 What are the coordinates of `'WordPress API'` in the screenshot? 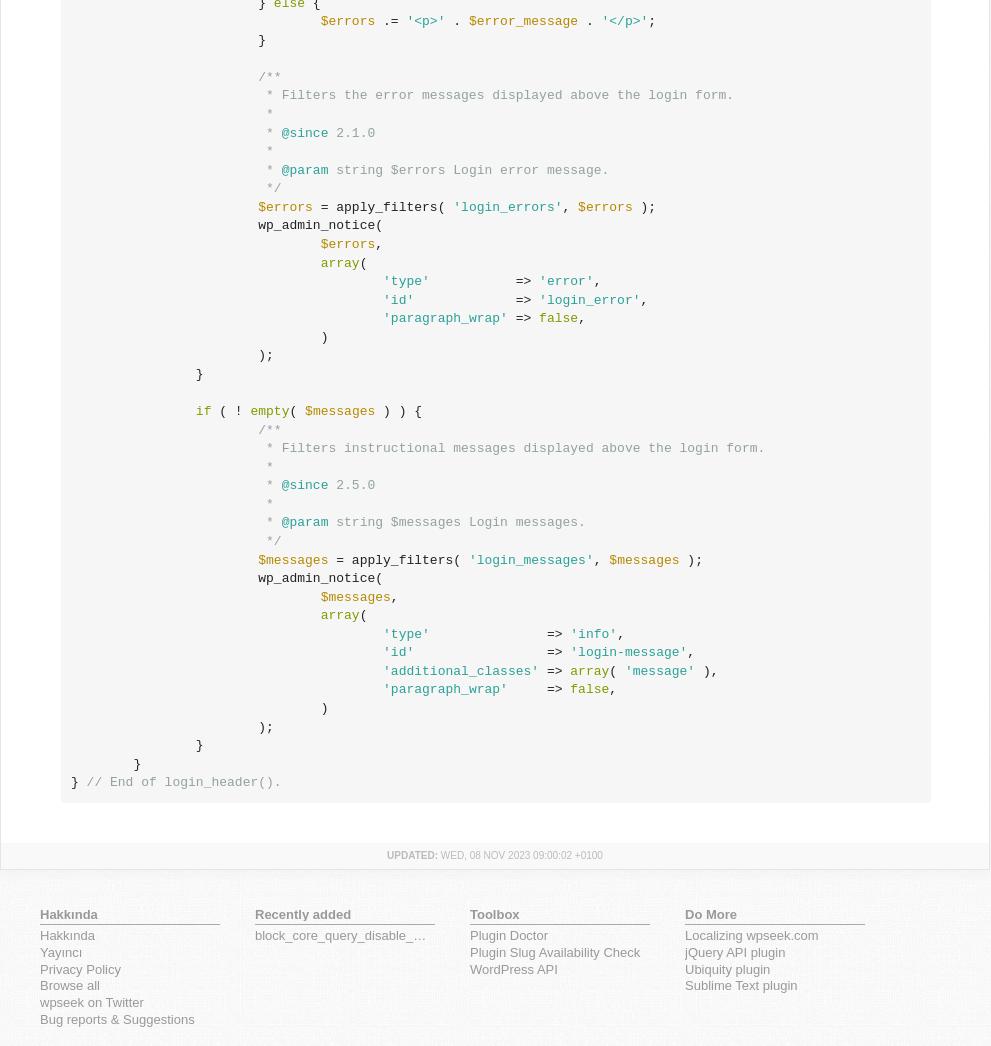 It's located at (469, 967).